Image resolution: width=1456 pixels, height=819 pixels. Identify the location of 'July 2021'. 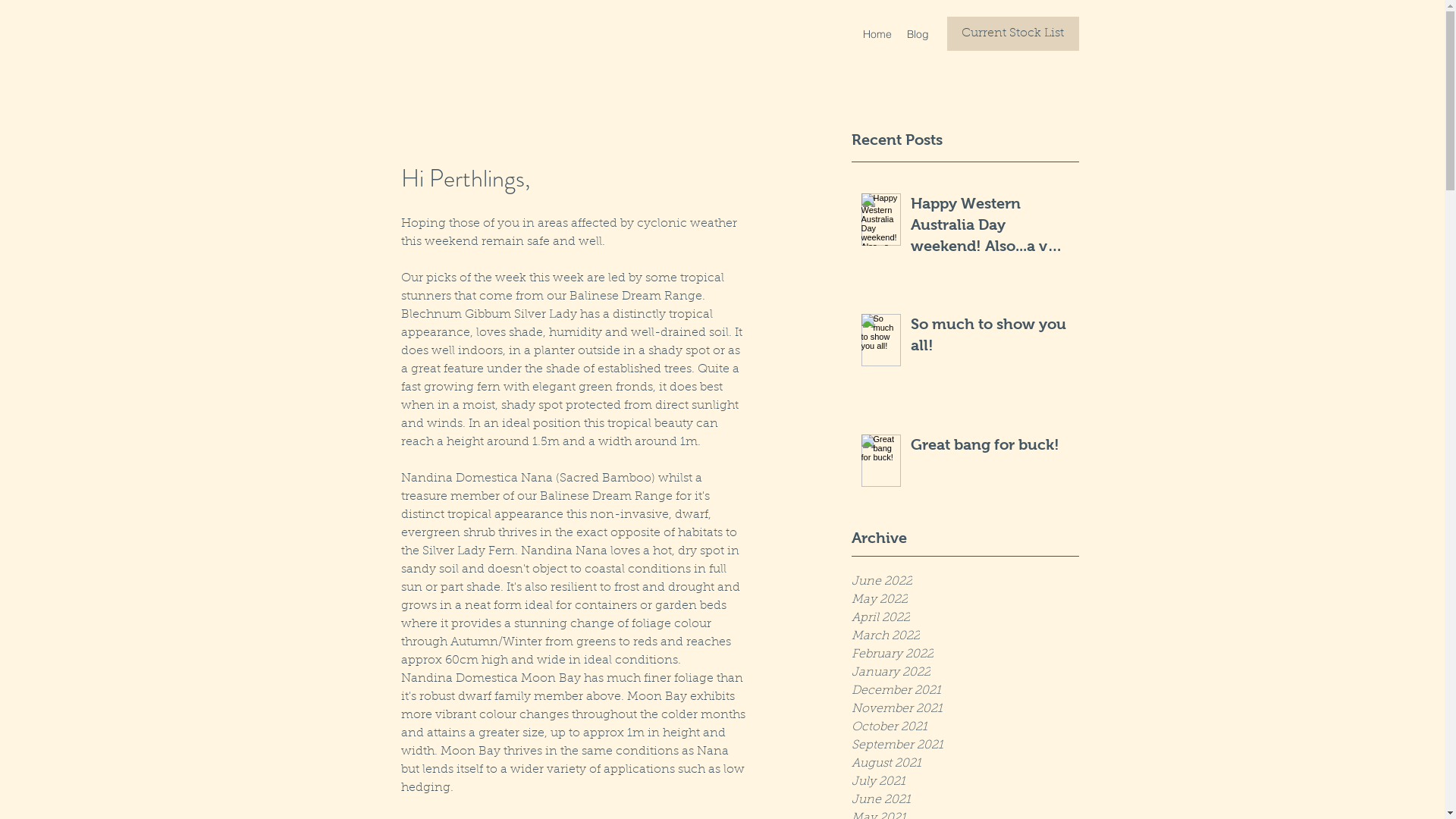
(964, 781).